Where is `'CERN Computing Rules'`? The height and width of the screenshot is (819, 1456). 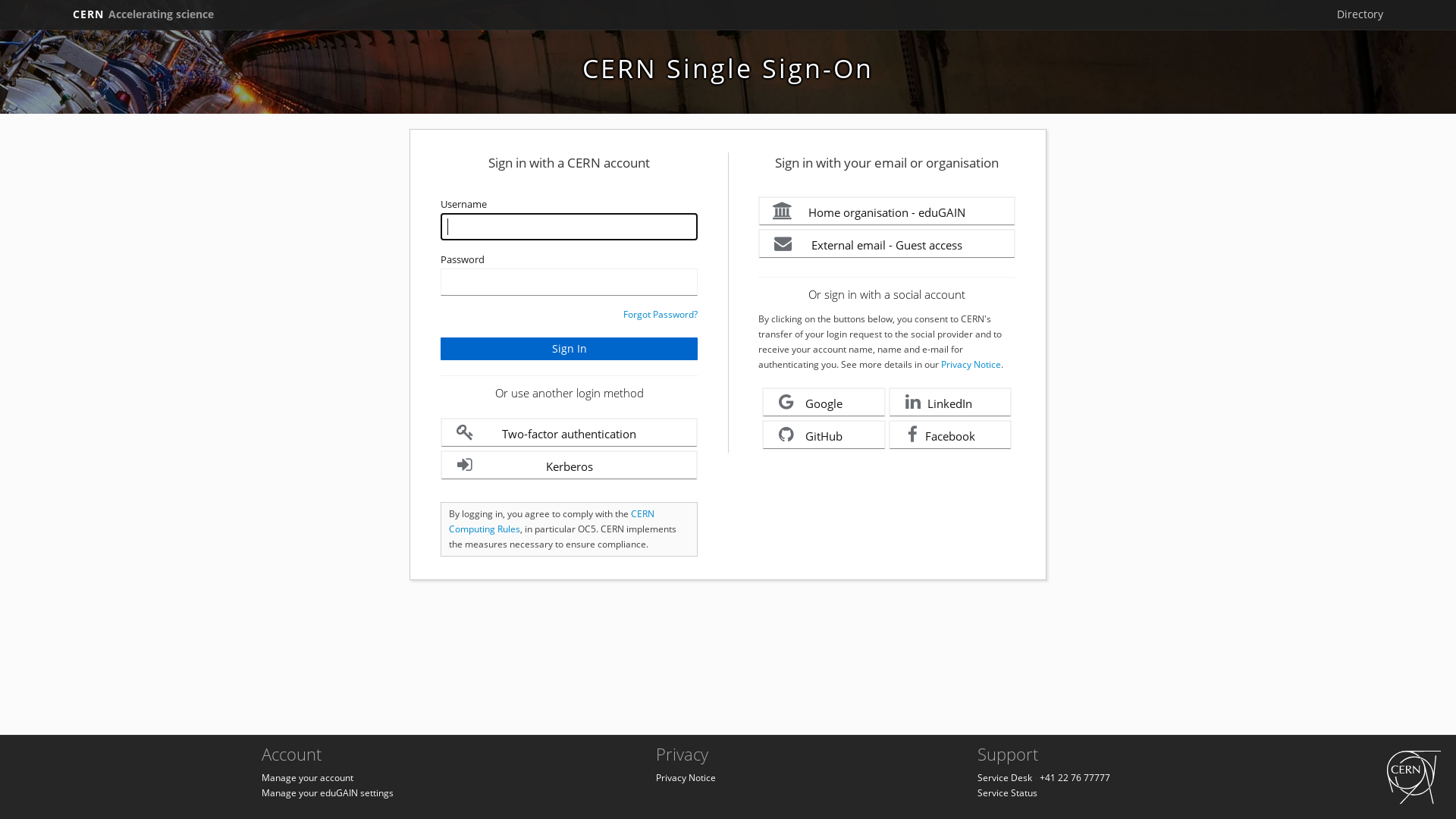 'CERN Computing Rules' is located at coordinates (551, 520).